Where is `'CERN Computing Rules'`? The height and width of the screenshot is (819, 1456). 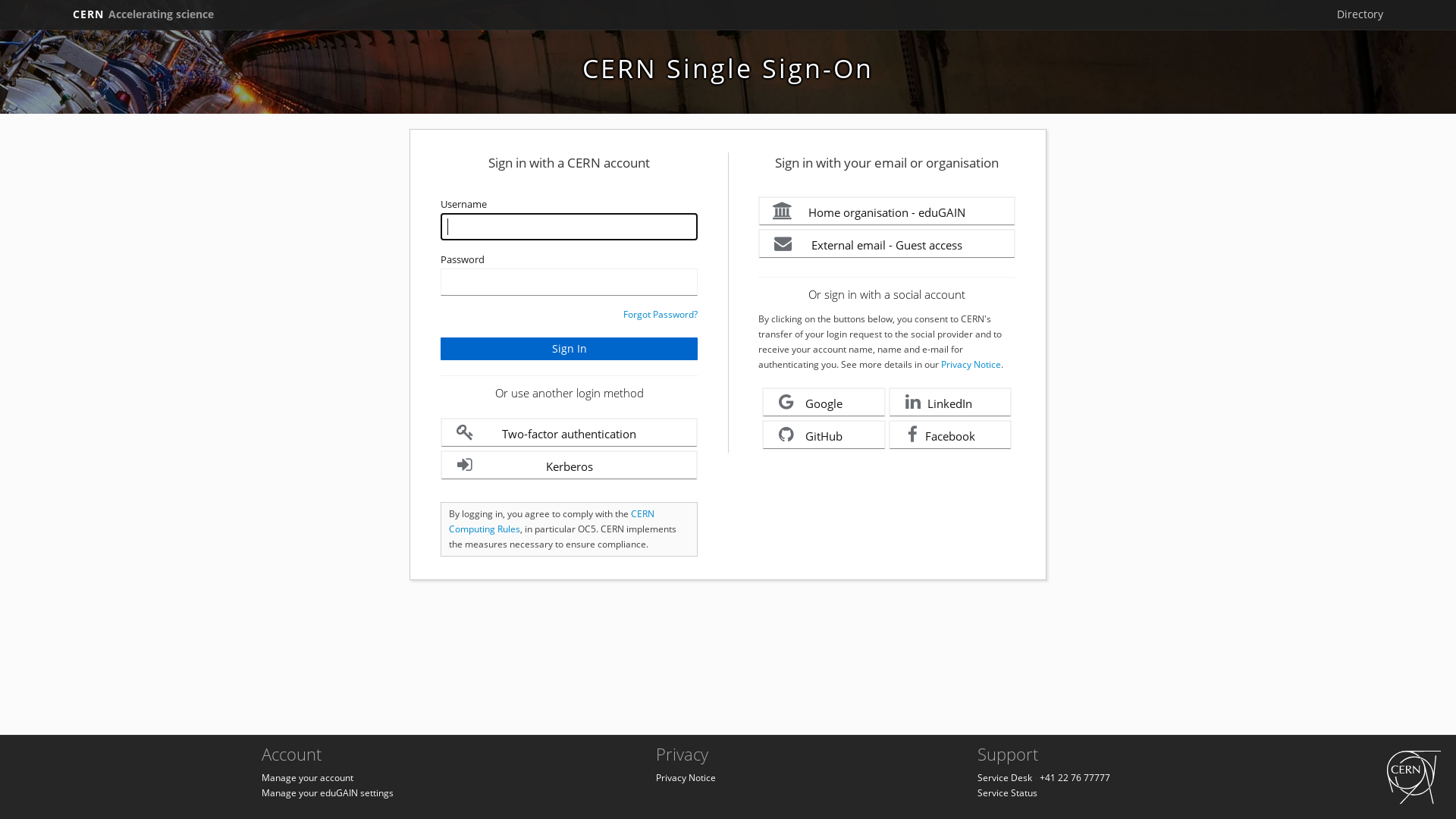 'CERN Computing Rules' is located at coordinates (551, 520).